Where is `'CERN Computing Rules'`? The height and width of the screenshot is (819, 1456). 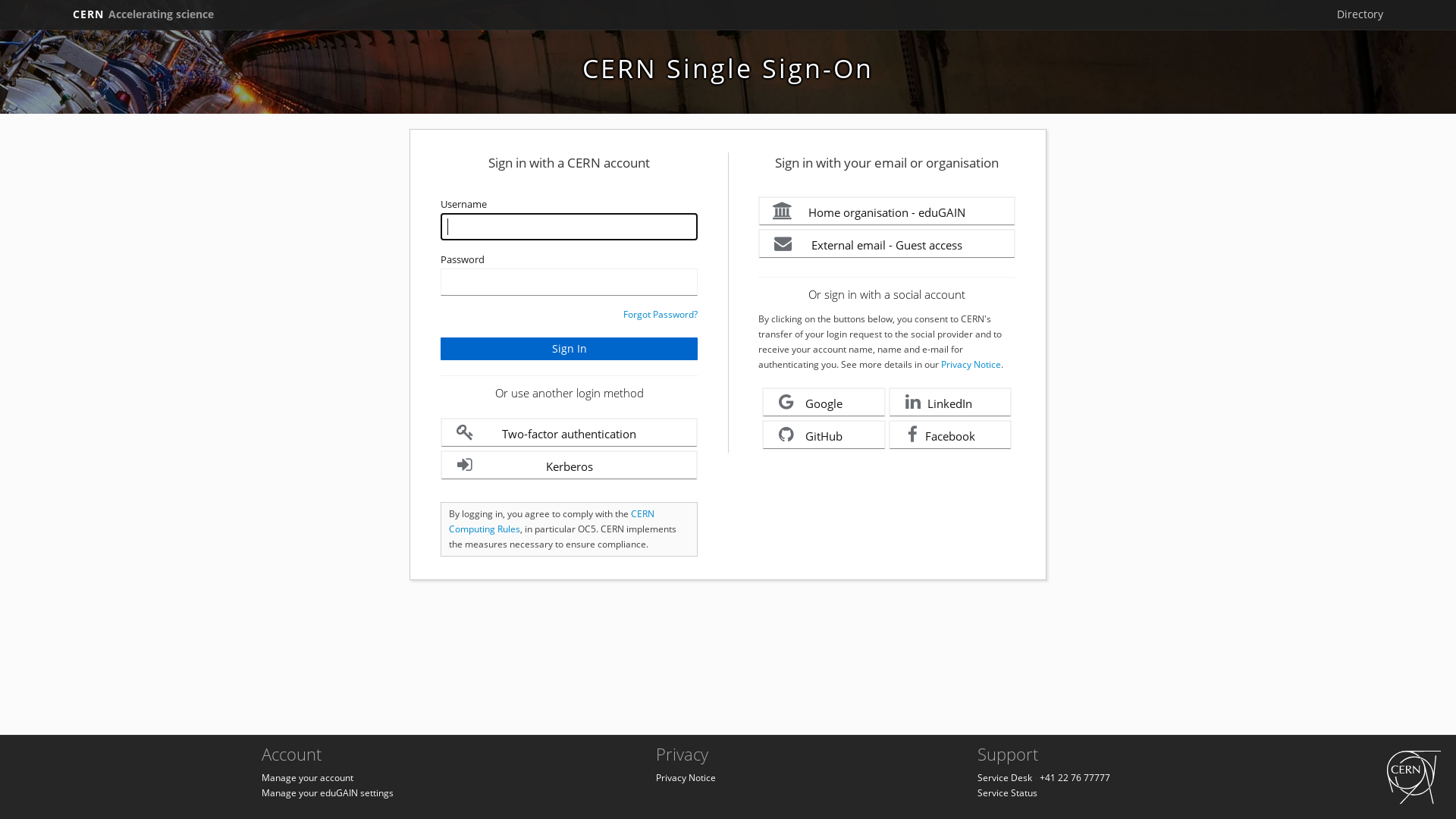 'CERN Computing Rules' is located at coordinates (551, 520).